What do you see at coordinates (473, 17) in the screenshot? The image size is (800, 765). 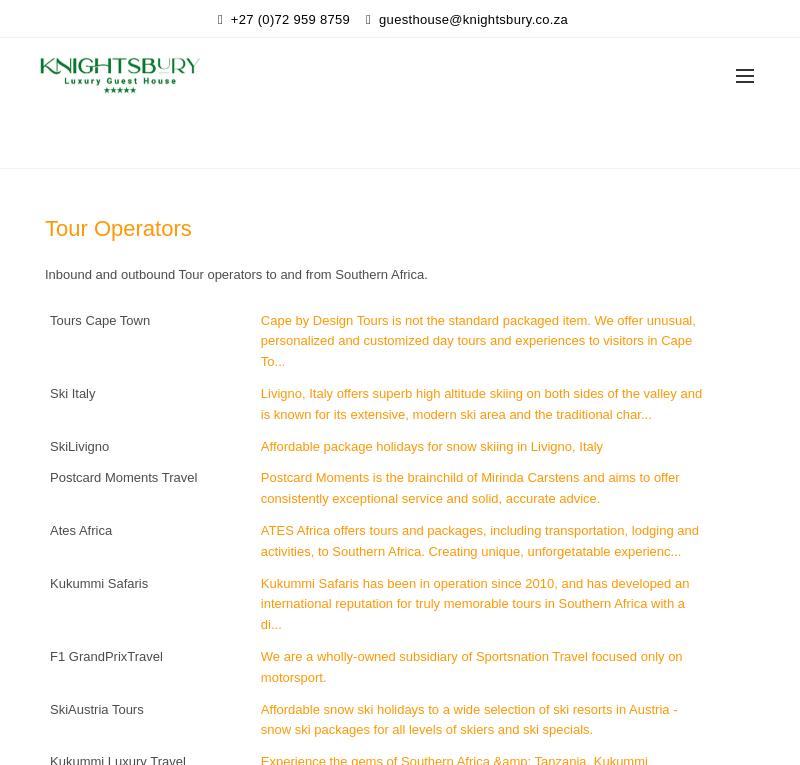 I see `'guesthouse@knightsbury.co.za'` at bounding box center [473, 17].